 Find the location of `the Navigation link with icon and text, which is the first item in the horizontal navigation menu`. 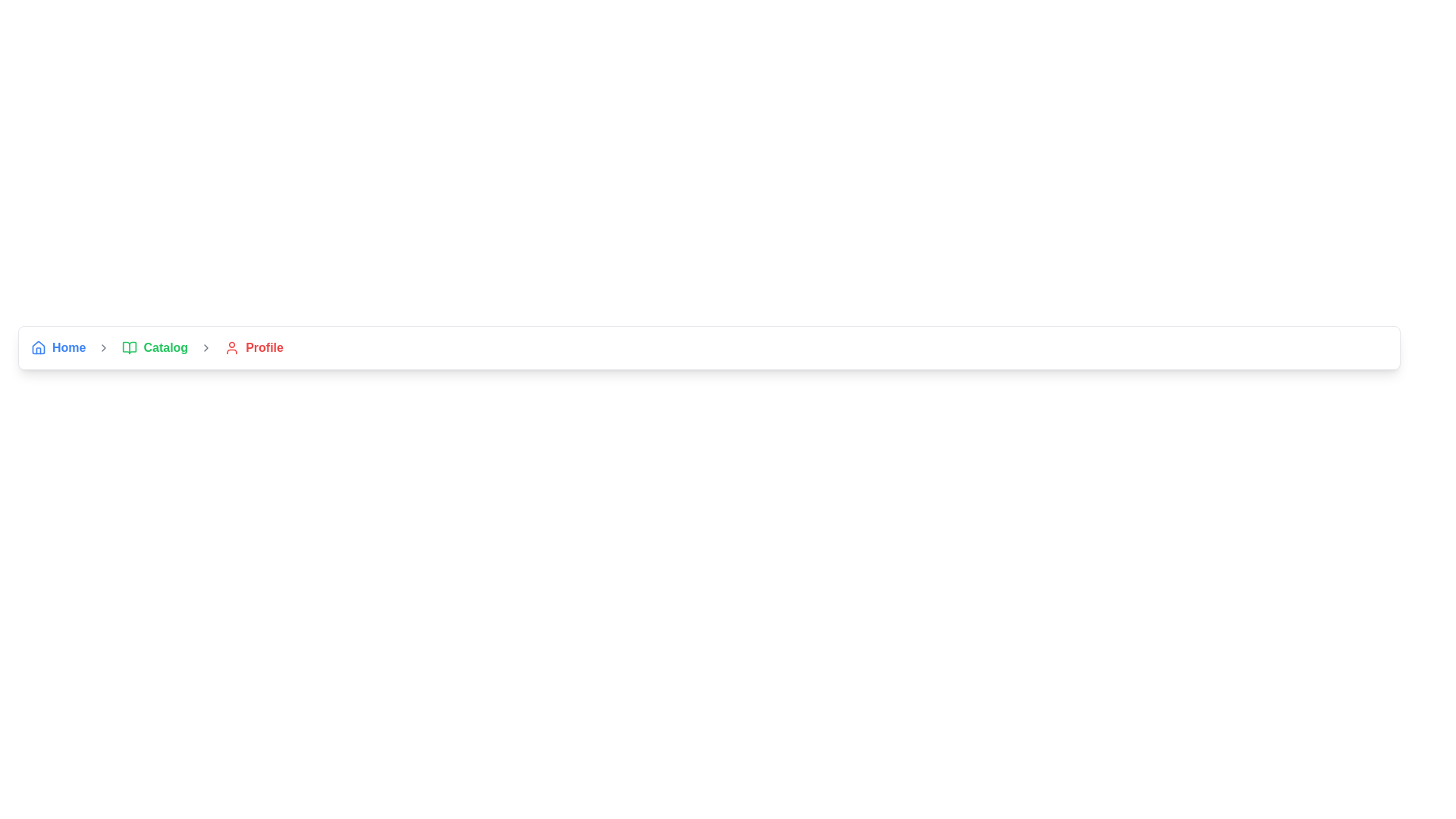

the Navigation link with icon and text, which is the first item in the horizontal navigation menu is located at coordinates (58, 348).